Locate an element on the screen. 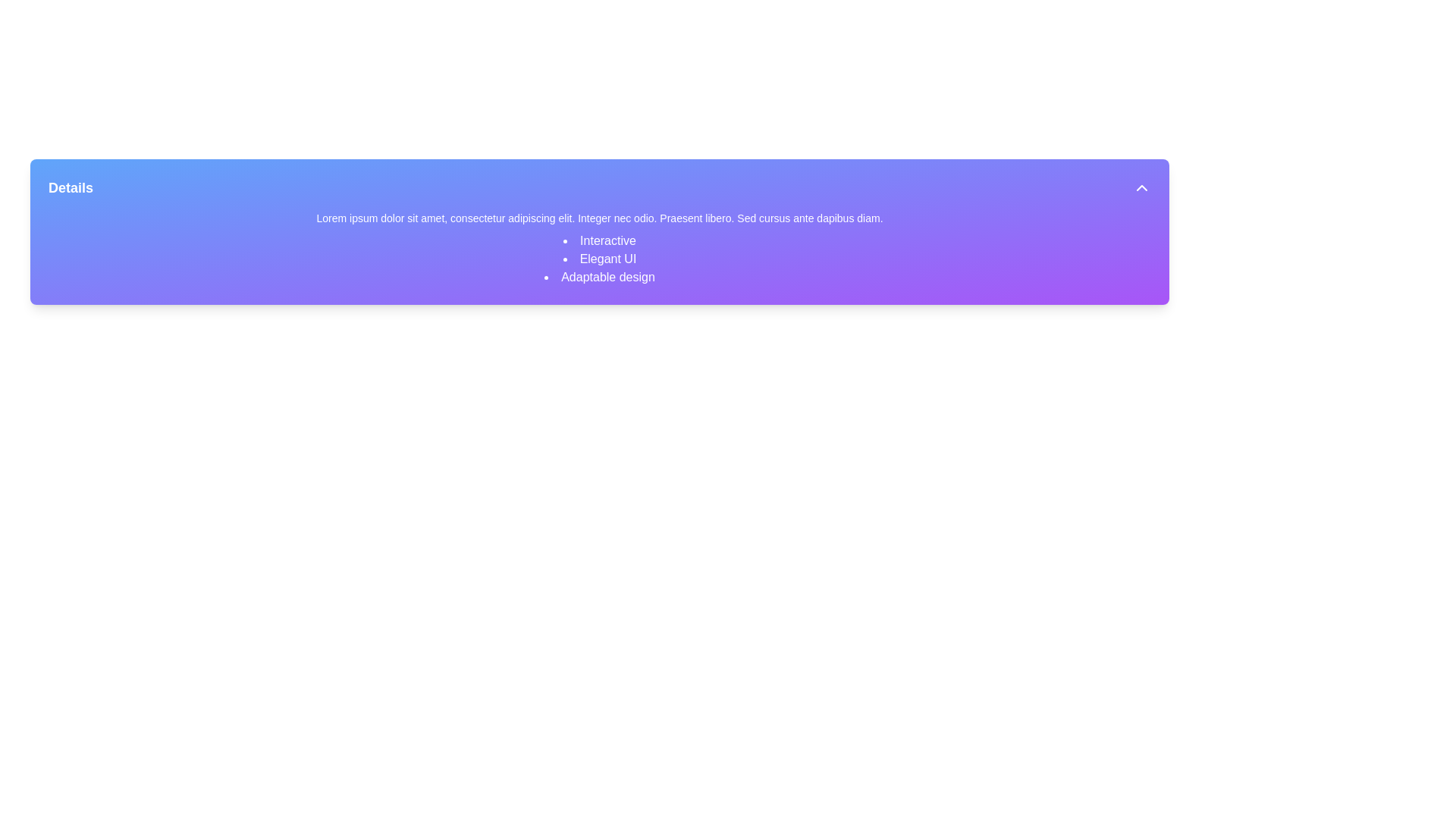  text of the second list item, which is styled in white and displays 'Elegant UI' against a colorful gradient background is located at coordinates (599, 259).